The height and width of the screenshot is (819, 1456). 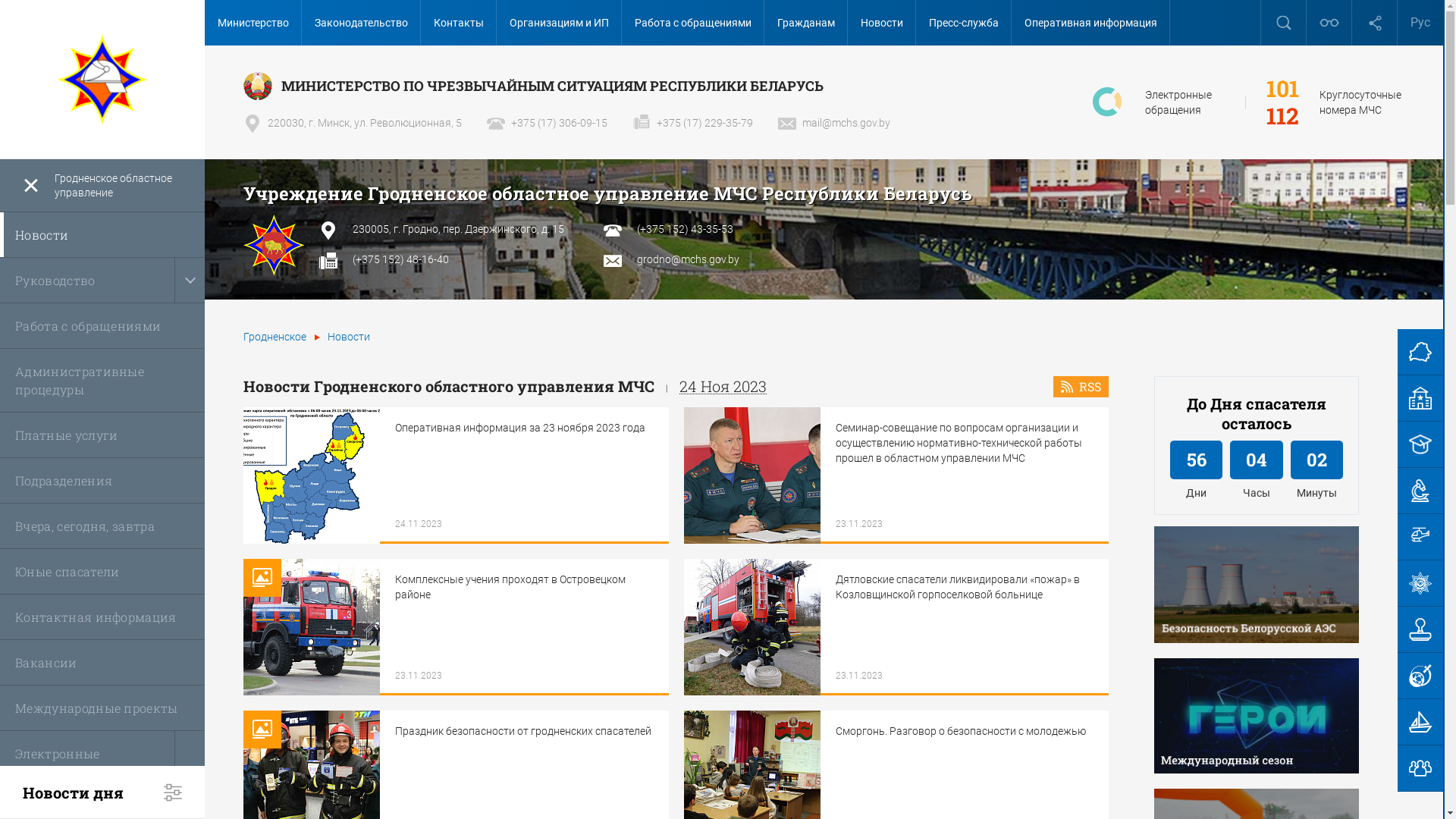 What do you see at coordinates (687, 259) in the screenshot?
I see `'grodno@mchs.gov.by'` at bounding box center [687, 259].